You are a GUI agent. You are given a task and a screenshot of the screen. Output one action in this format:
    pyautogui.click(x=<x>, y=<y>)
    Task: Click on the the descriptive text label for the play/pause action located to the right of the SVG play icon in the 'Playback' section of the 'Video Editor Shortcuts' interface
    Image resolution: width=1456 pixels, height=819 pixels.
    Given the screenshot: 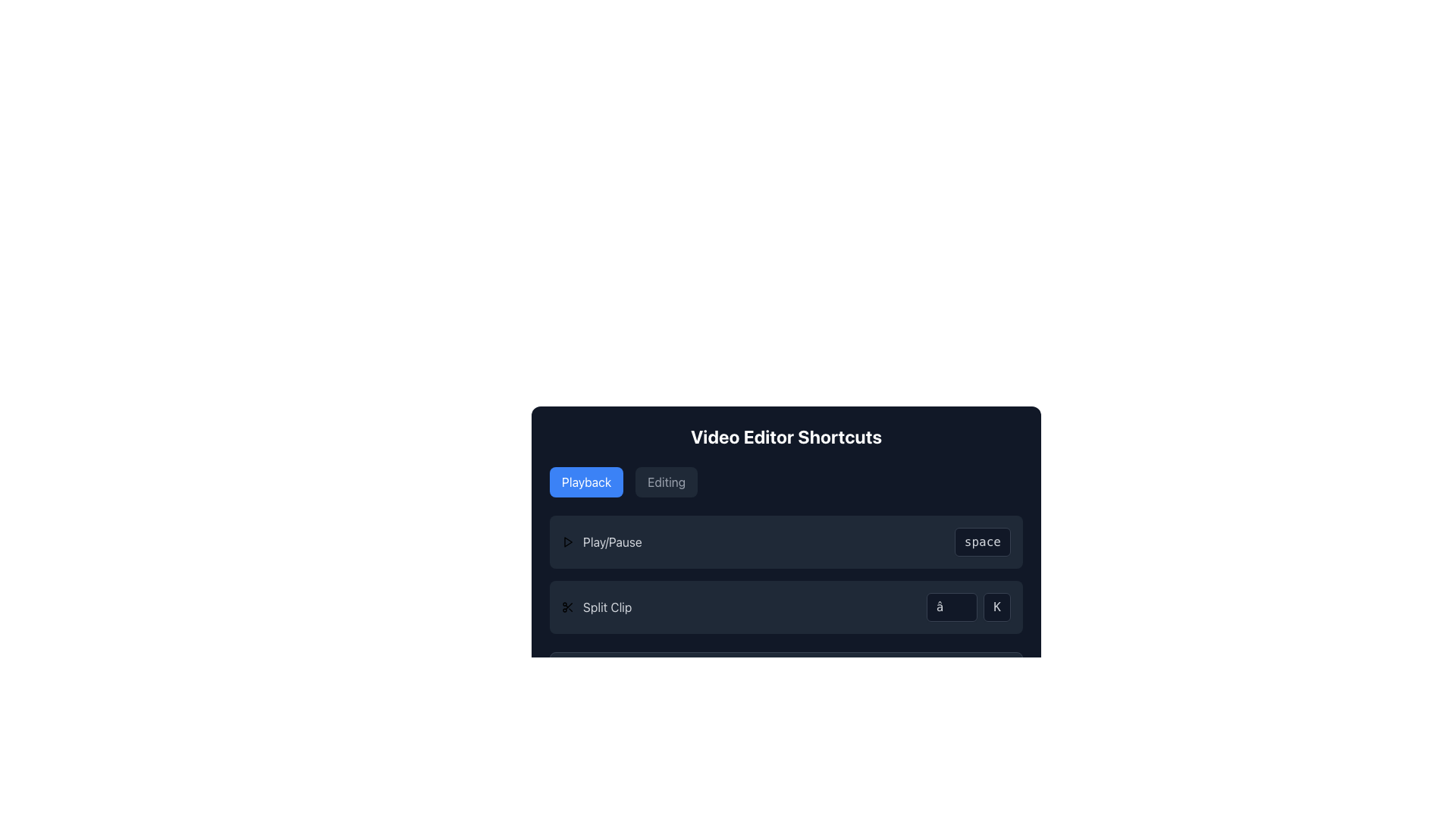 What is the action you would take?
    pyautogui.click(x=612, y=541)
    